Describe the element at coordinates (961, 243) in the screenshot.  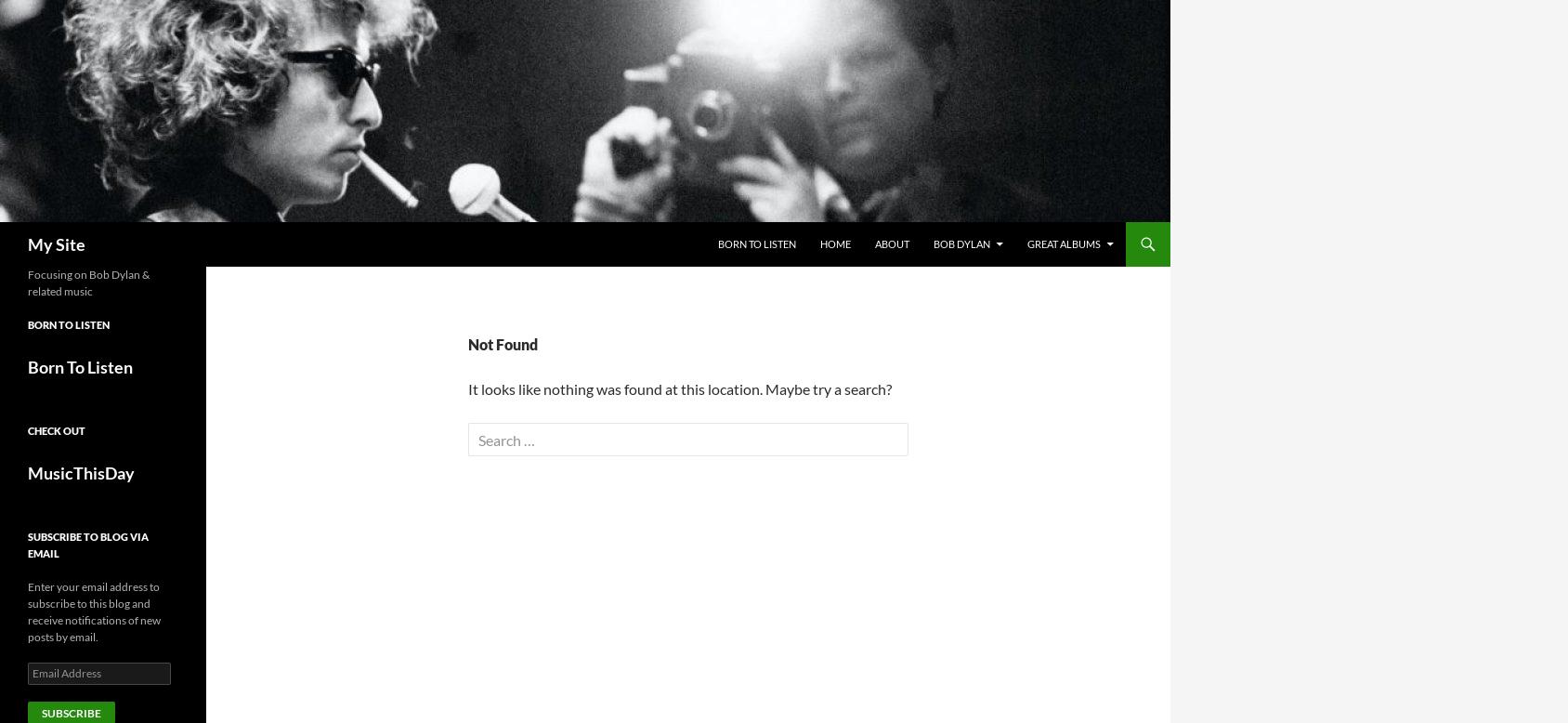
I see `'Bob Dylan'` at that location.